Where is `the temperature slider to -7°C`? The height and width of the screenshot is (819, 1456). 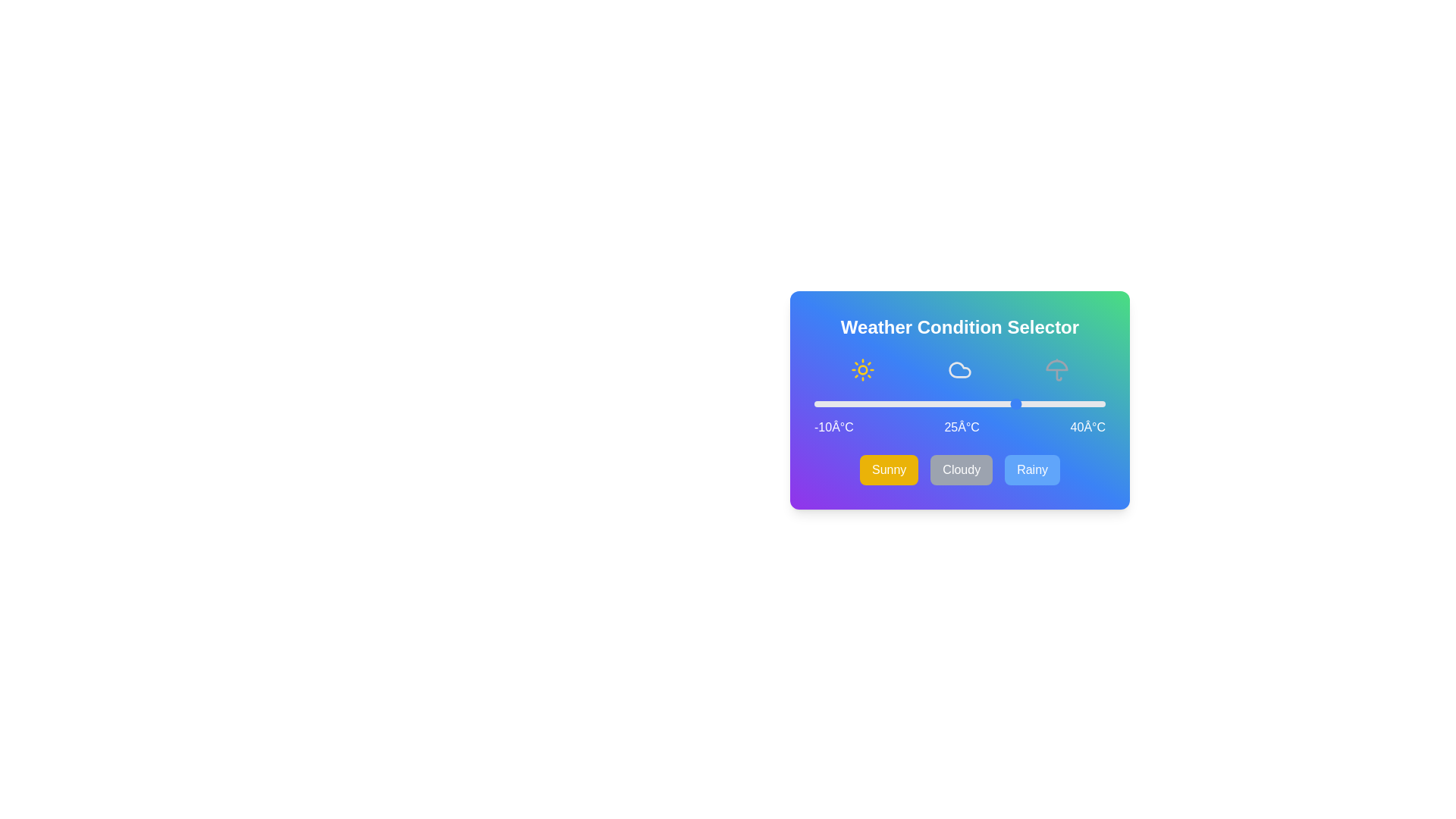
the temperature slider to -7°C is located at coordinates (831, 403).